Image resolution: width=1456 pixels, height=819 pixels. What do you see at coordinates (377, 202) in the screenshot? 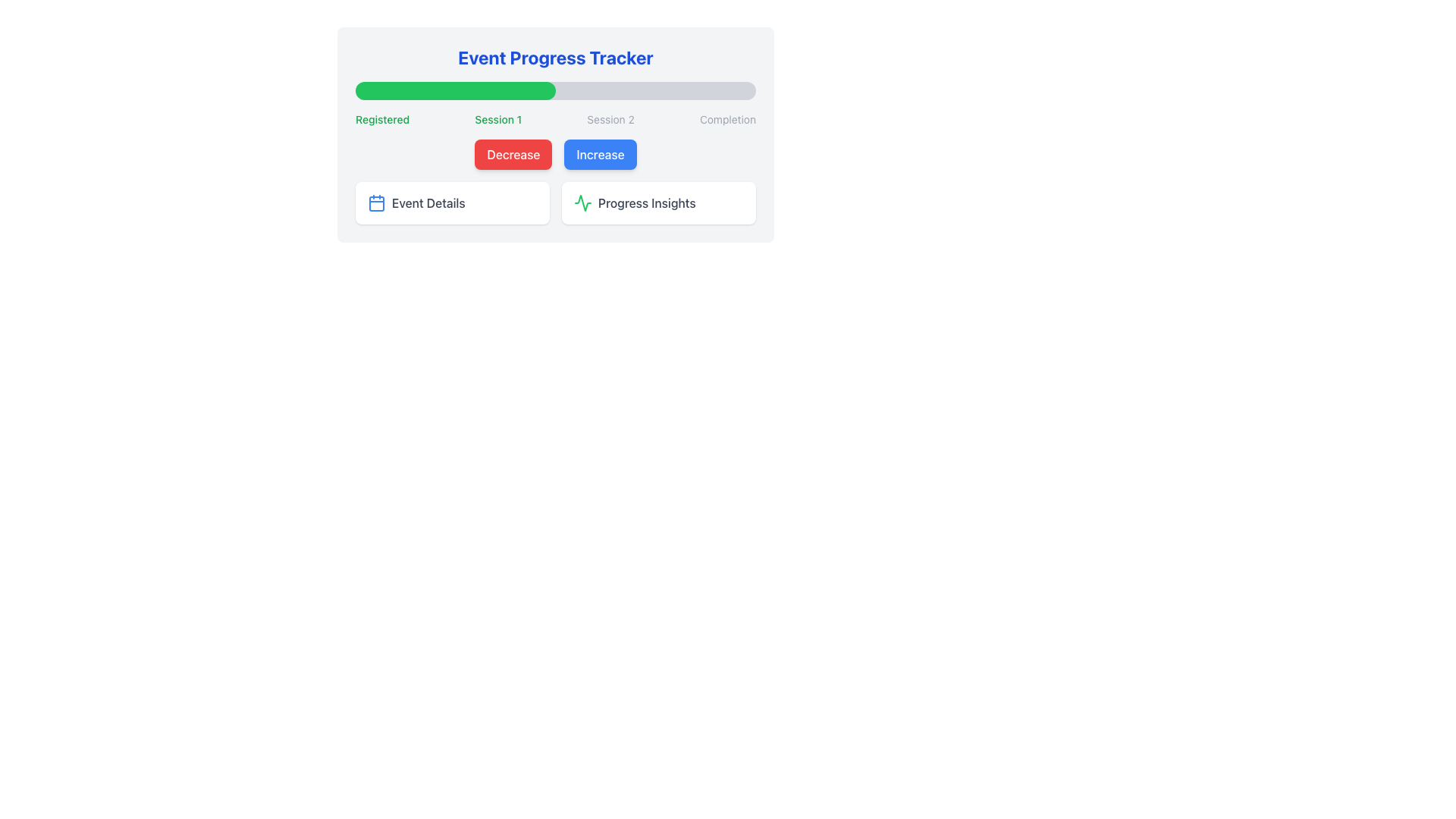
I see `the calendar icon within the 'Event Details' button, which is the first option below the progress tracker bar` at bounding box center [377, 202].